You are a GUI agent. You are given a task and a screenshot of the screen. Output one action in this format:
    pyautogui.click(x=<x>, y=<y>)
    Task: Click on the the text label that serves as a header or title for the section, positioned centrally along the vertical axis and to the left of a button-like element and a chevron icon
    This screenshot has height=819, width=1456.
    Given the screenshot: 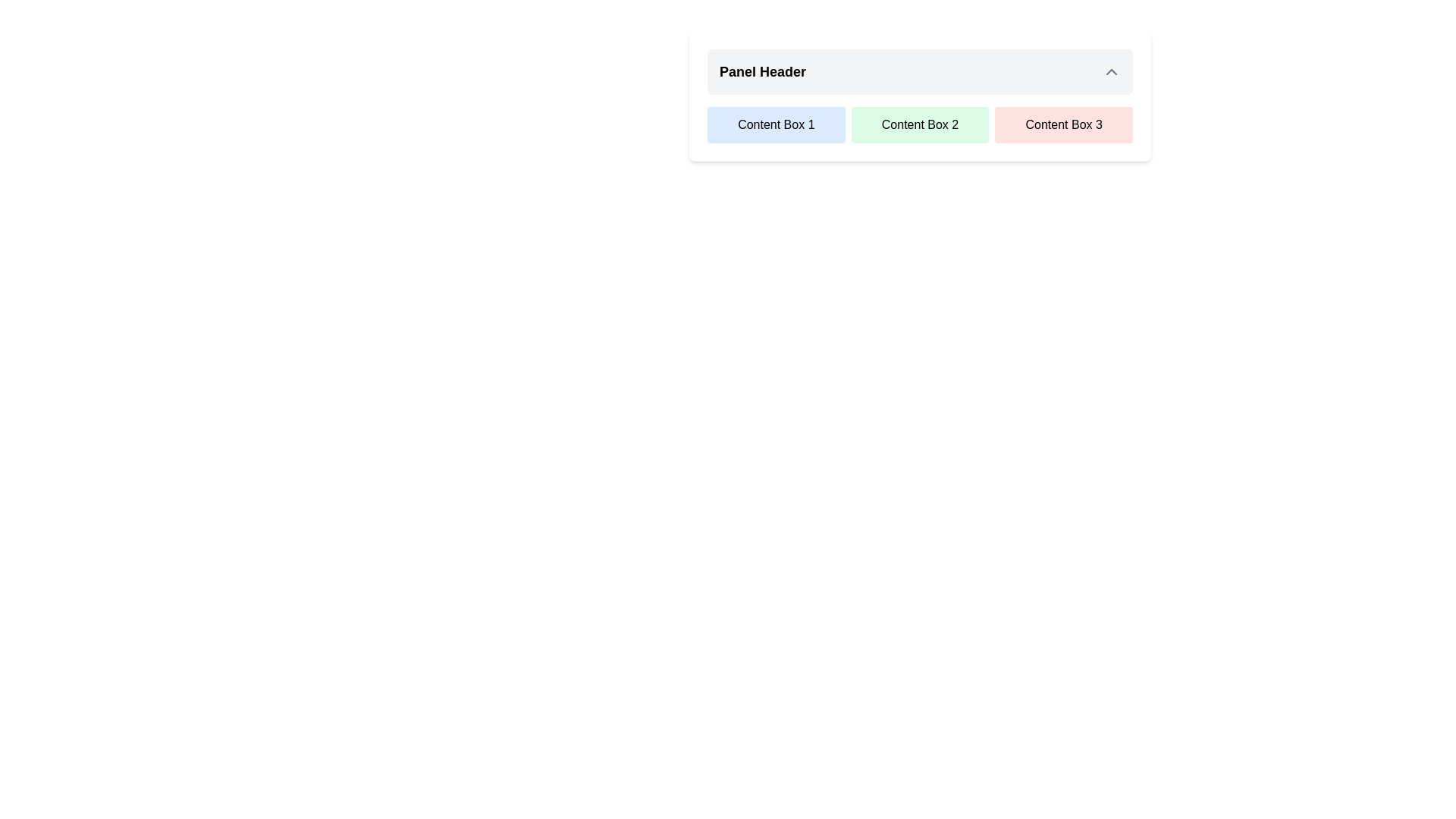 What is the action you would take?
    pyautogui.click(x=763, y=72)
    